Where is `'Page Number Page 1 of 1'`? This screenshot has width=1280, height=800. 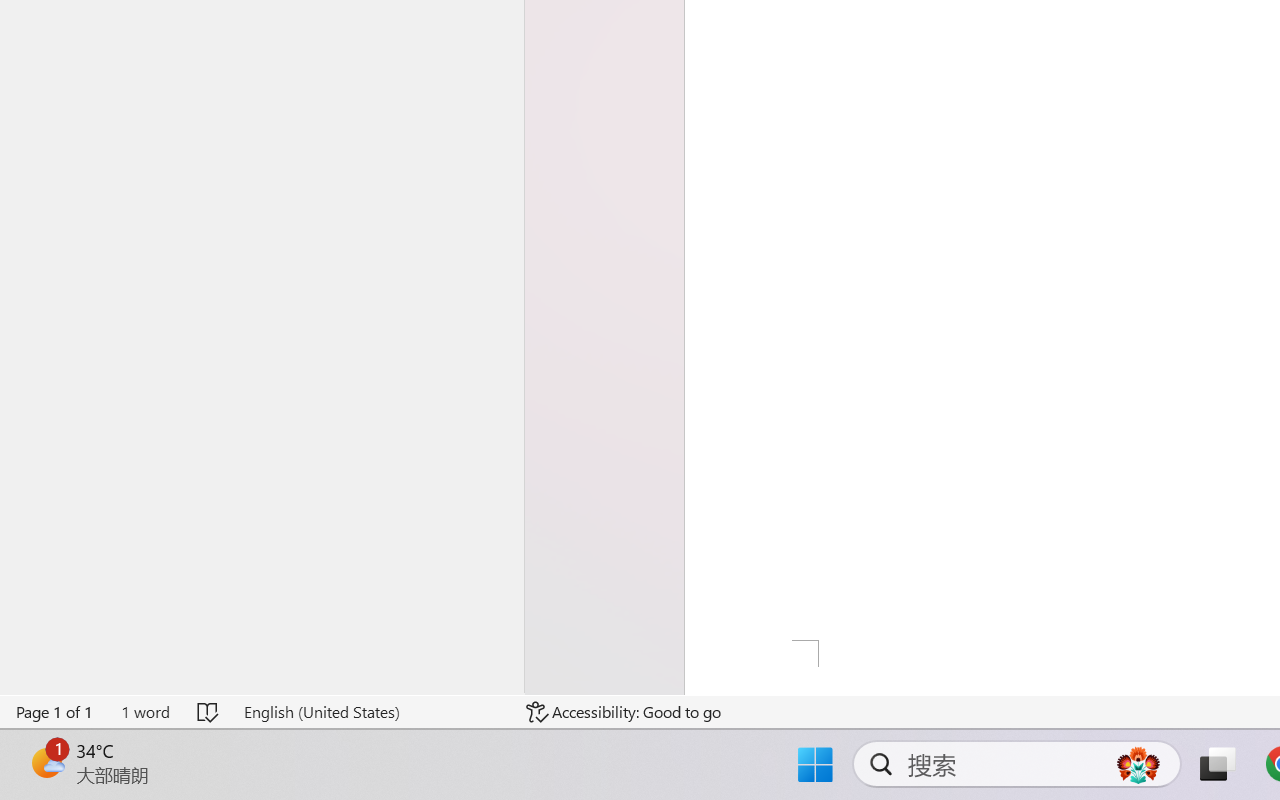 'Page Number Page 1 of 1' is located at coordinates (55, 711).